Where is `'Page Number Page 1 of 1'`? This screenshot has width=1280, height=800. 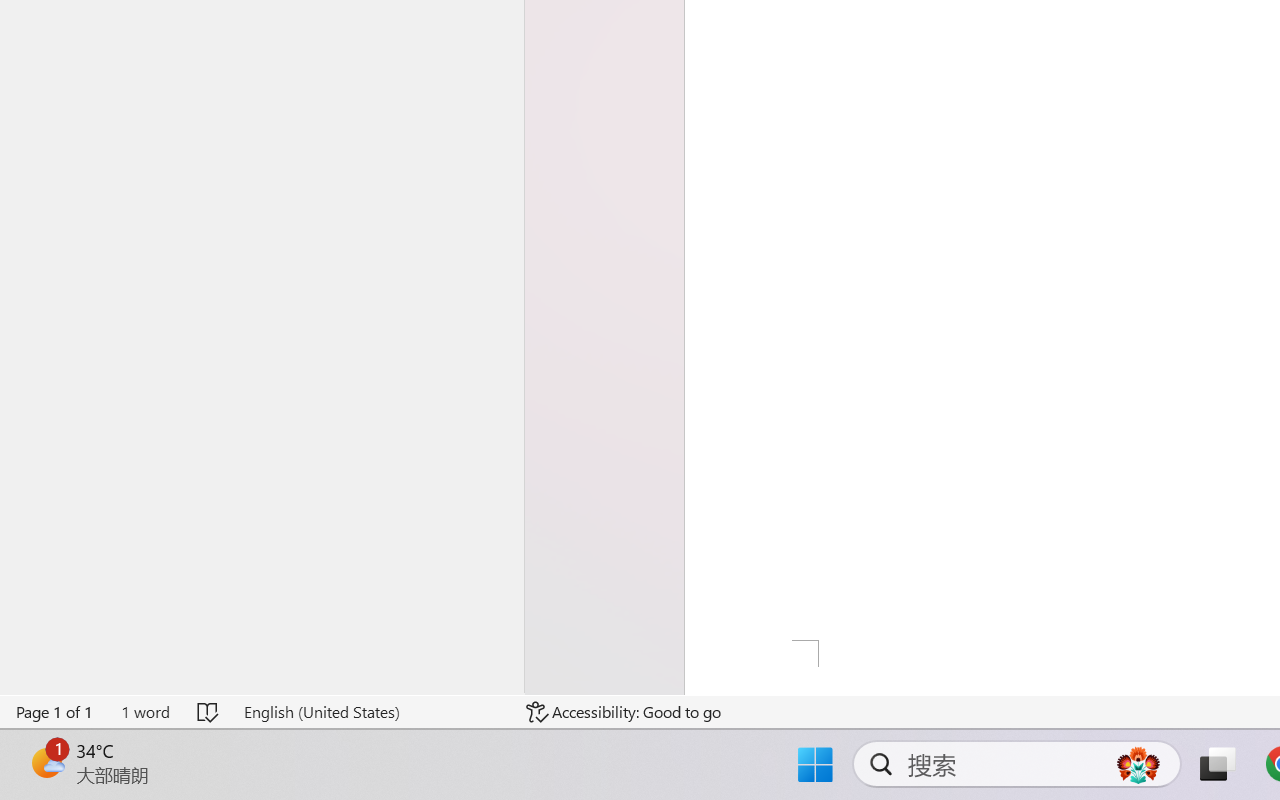 'Page Number Page 1 of 1' is located at coordinates (55, 711).